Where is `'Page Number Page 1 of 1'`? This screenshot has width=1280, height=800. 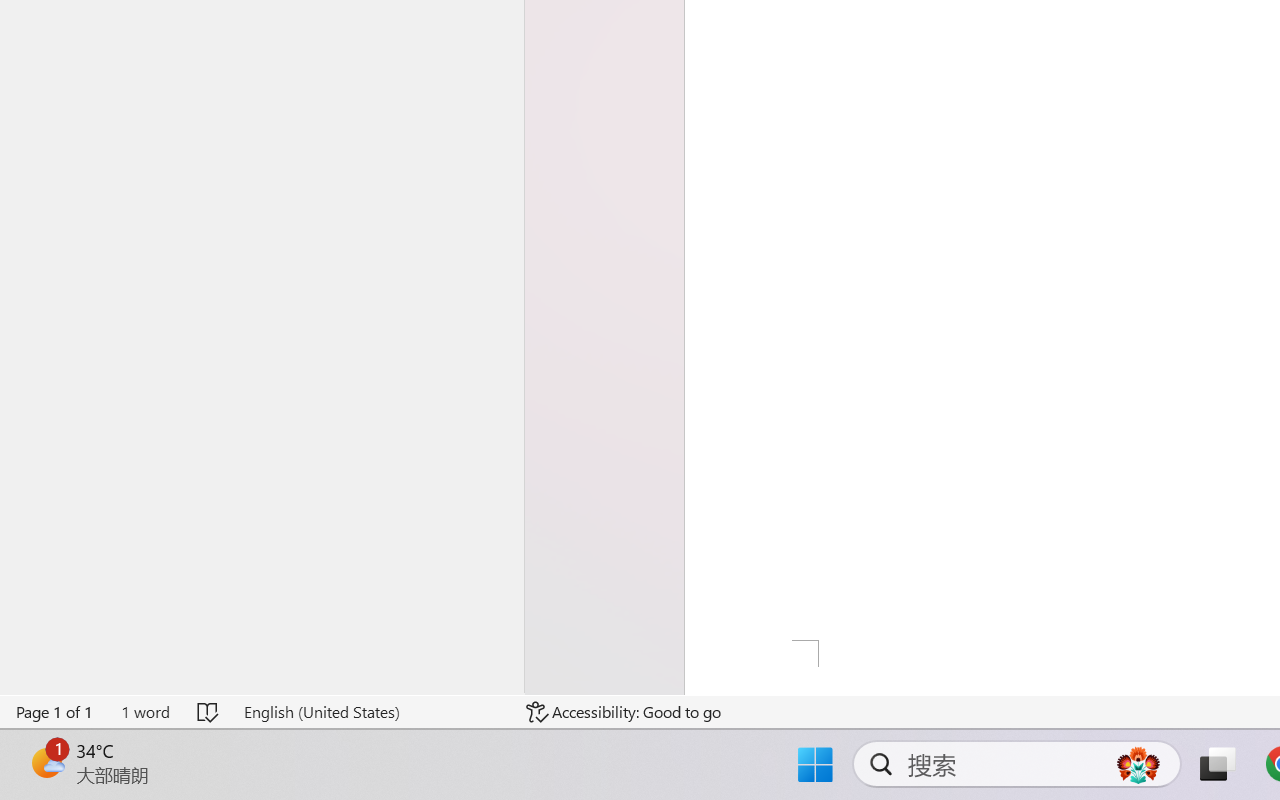 'Page Number Page 1 of 1' is located at coordinates (55, 711).